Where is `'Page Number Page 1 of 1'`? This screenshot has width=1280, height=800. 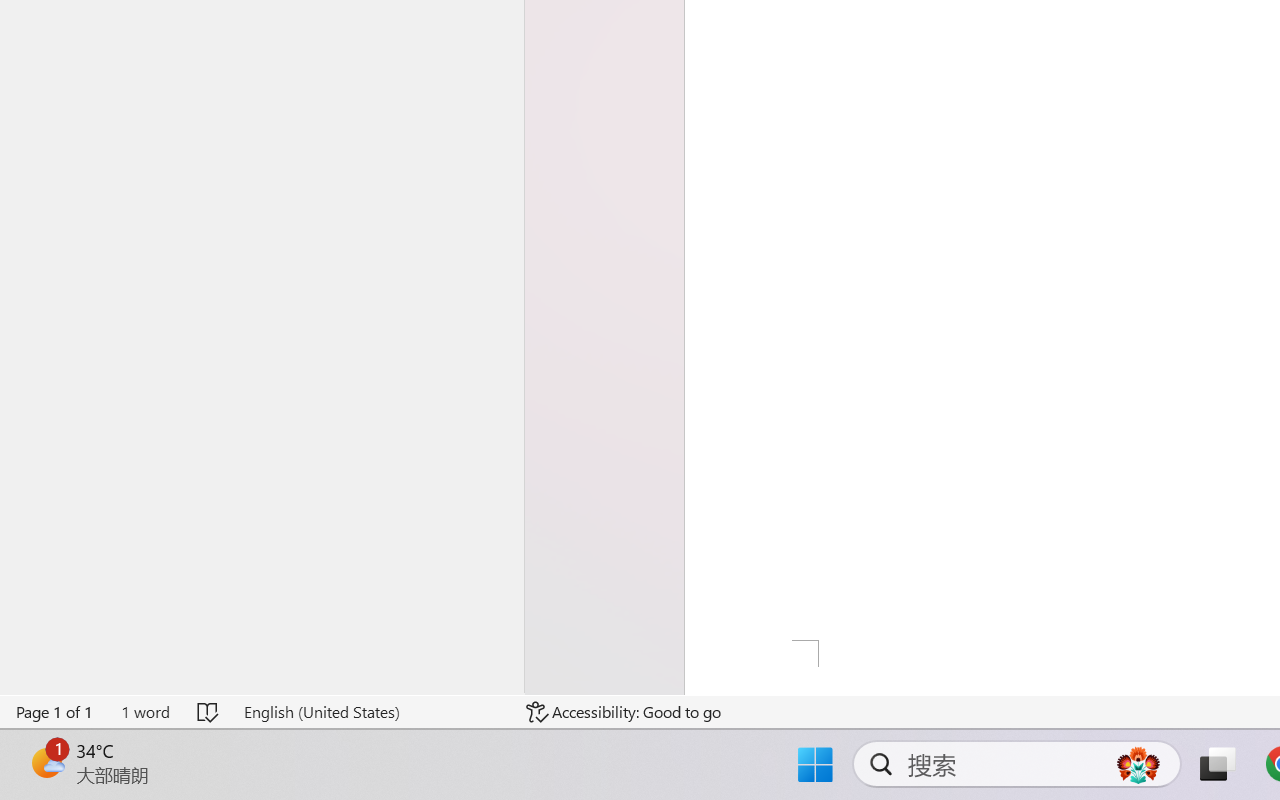 'Page Number Page 1 of 1' is located at coordinates (55, 711).